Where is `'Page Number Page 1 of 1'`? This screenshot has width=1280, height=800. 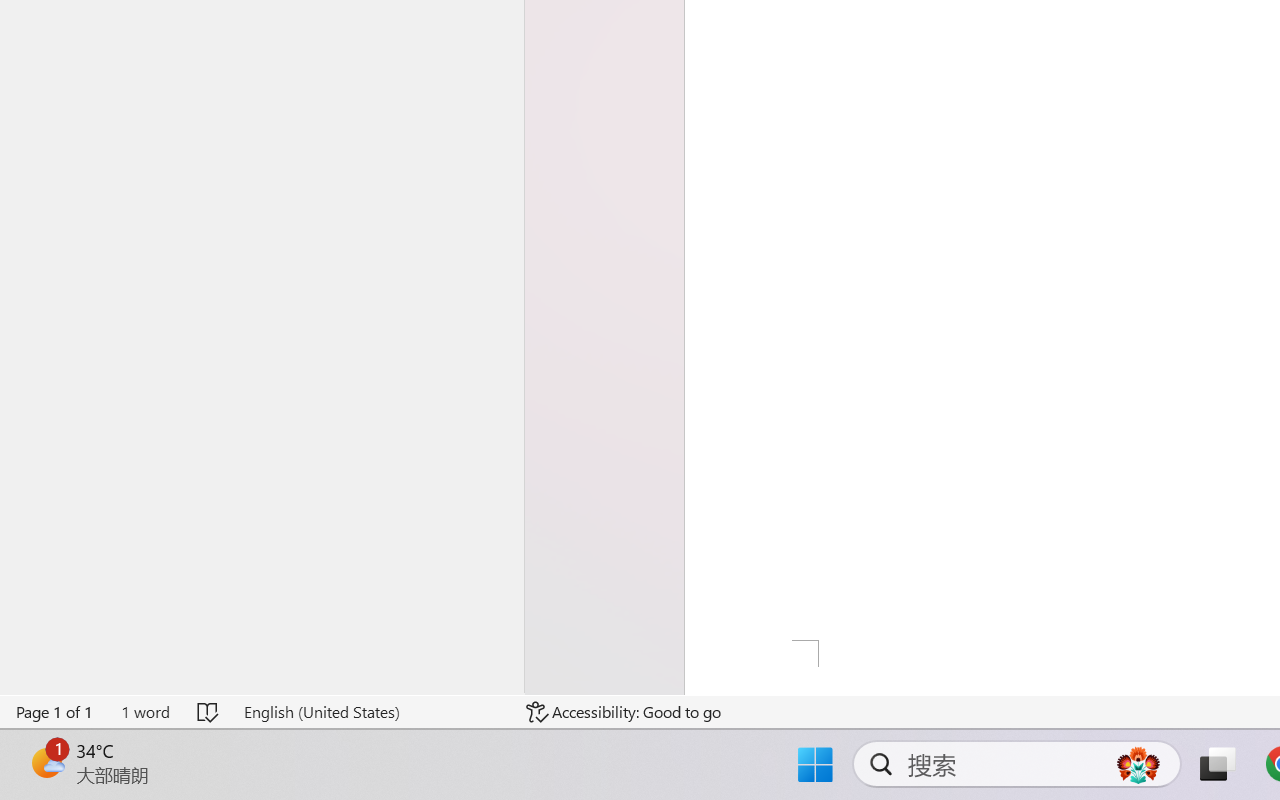 'Page Number Page 1 of 1' is located at coordinates (55, 711).